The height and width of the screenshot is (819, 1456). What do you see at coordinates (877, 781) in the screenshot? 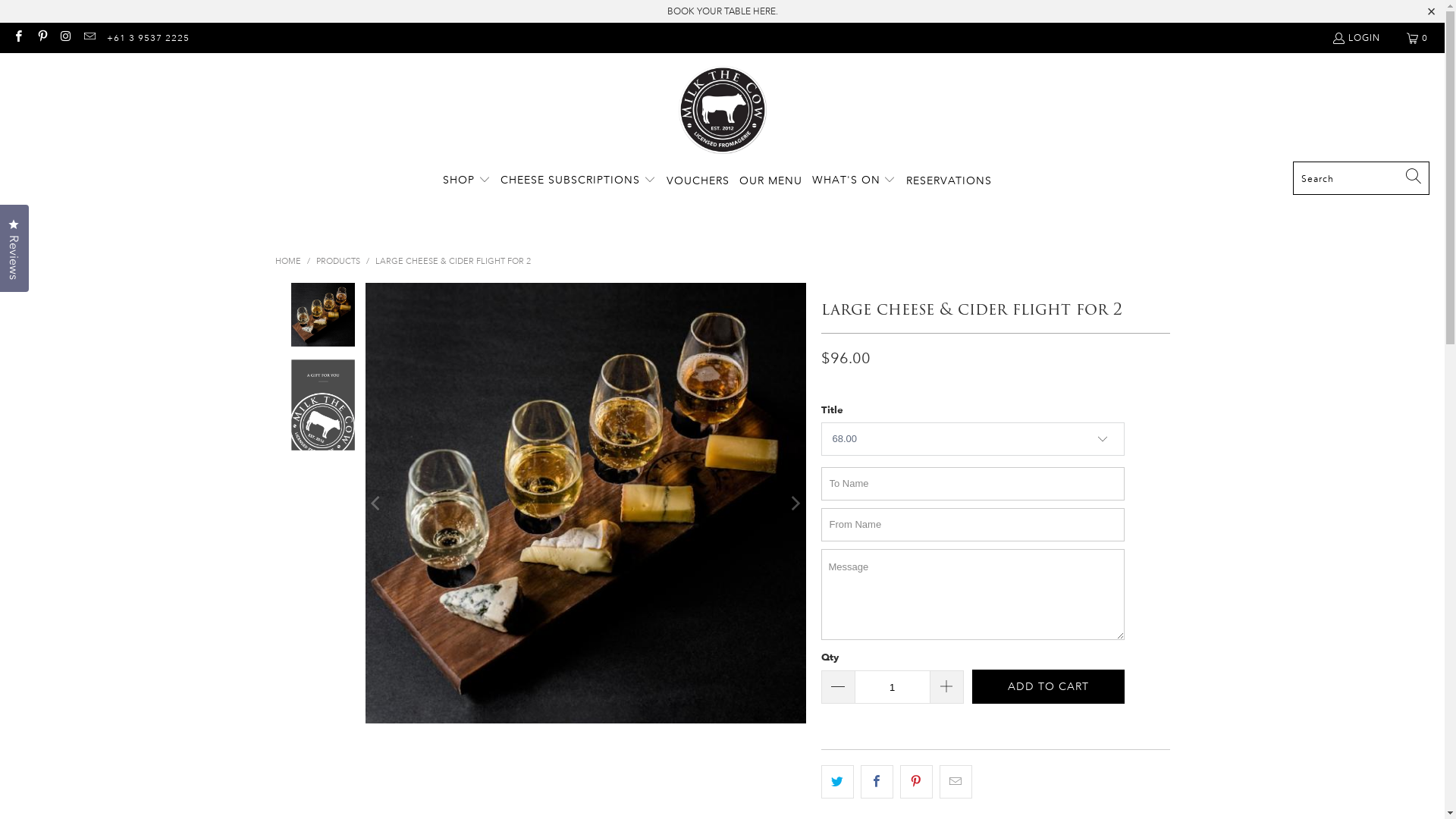
I see `'Share this on Facebook'` at bounding box center [877, 781].